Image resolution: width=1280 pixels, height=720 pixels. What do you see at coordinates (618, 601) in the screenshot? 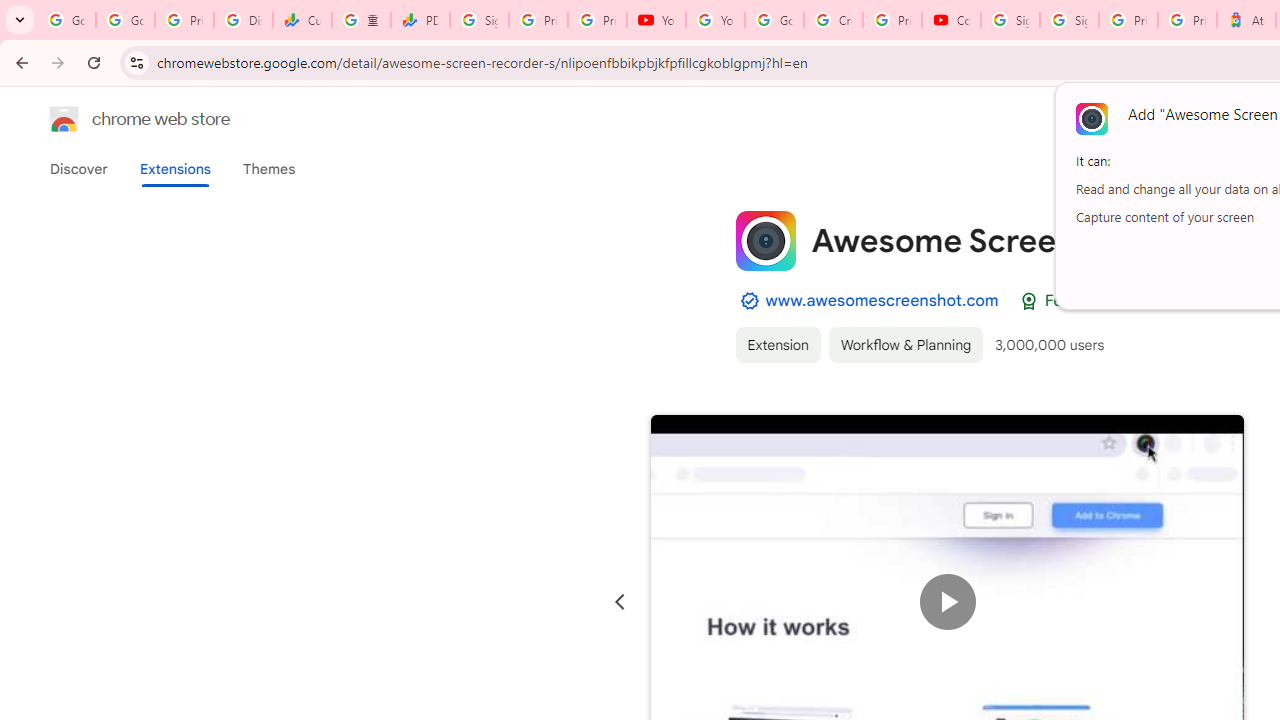
I see `'Previous slide'` at bounding box center [618, 601].